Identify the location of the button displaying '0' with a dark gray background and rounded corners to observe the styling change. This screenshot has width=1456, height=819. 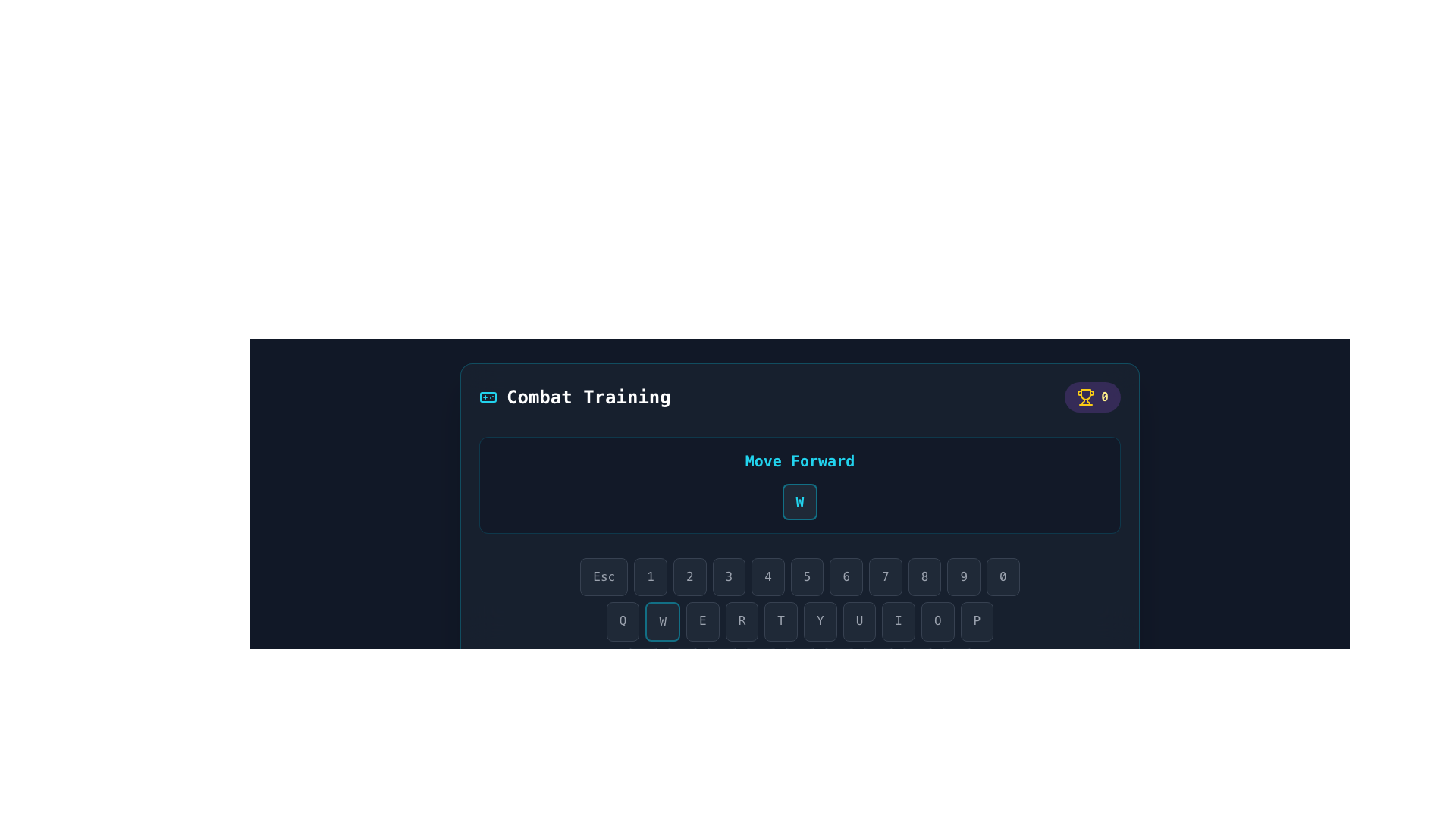
(1003, 576).